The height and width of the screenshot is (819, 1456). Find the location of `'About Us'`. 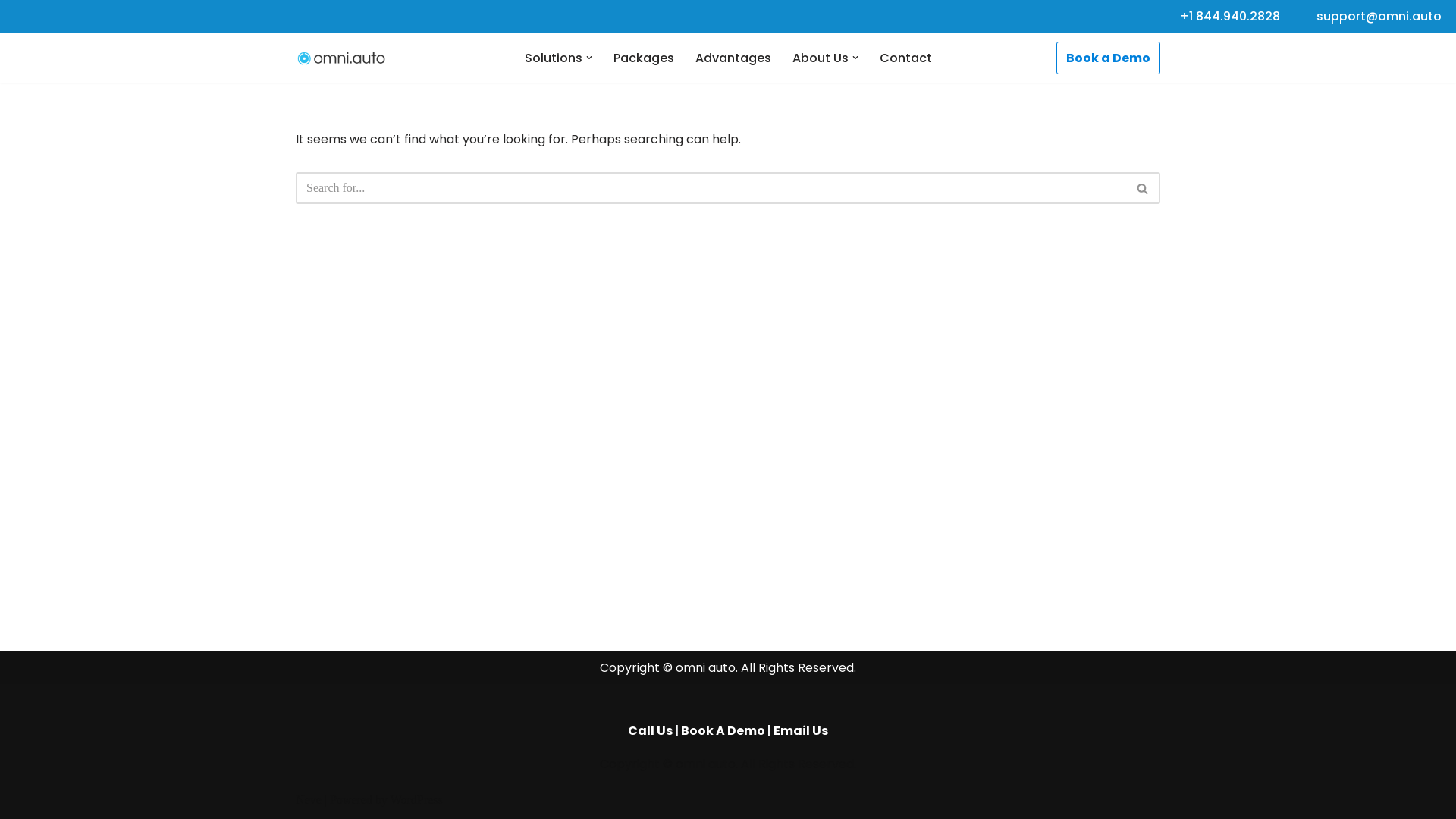

'About Us' is located at coordinates (790, 57).